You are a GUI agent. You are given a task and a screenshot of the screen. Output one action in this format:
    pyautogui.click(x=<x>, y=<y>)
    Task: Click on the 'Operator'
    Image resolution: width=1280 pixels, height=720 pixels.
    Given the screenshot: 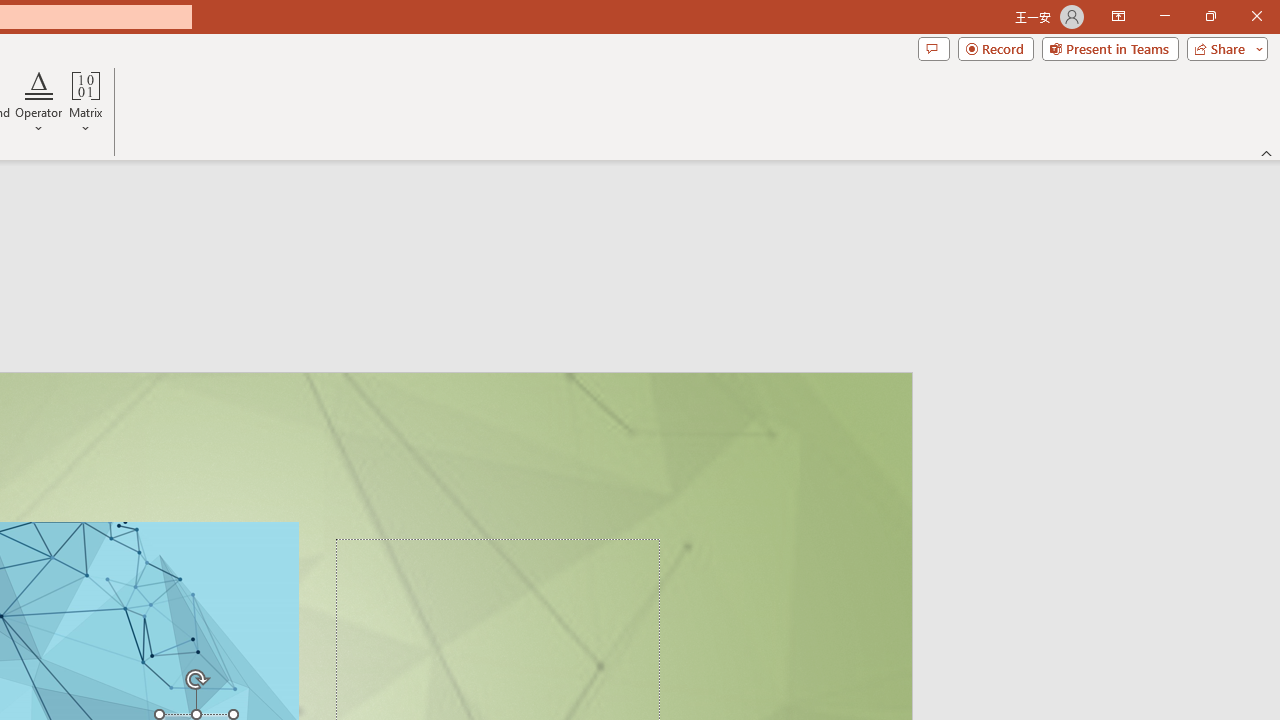 What is the action you would take?
    pyautogui.click(x=39, y=103)
    